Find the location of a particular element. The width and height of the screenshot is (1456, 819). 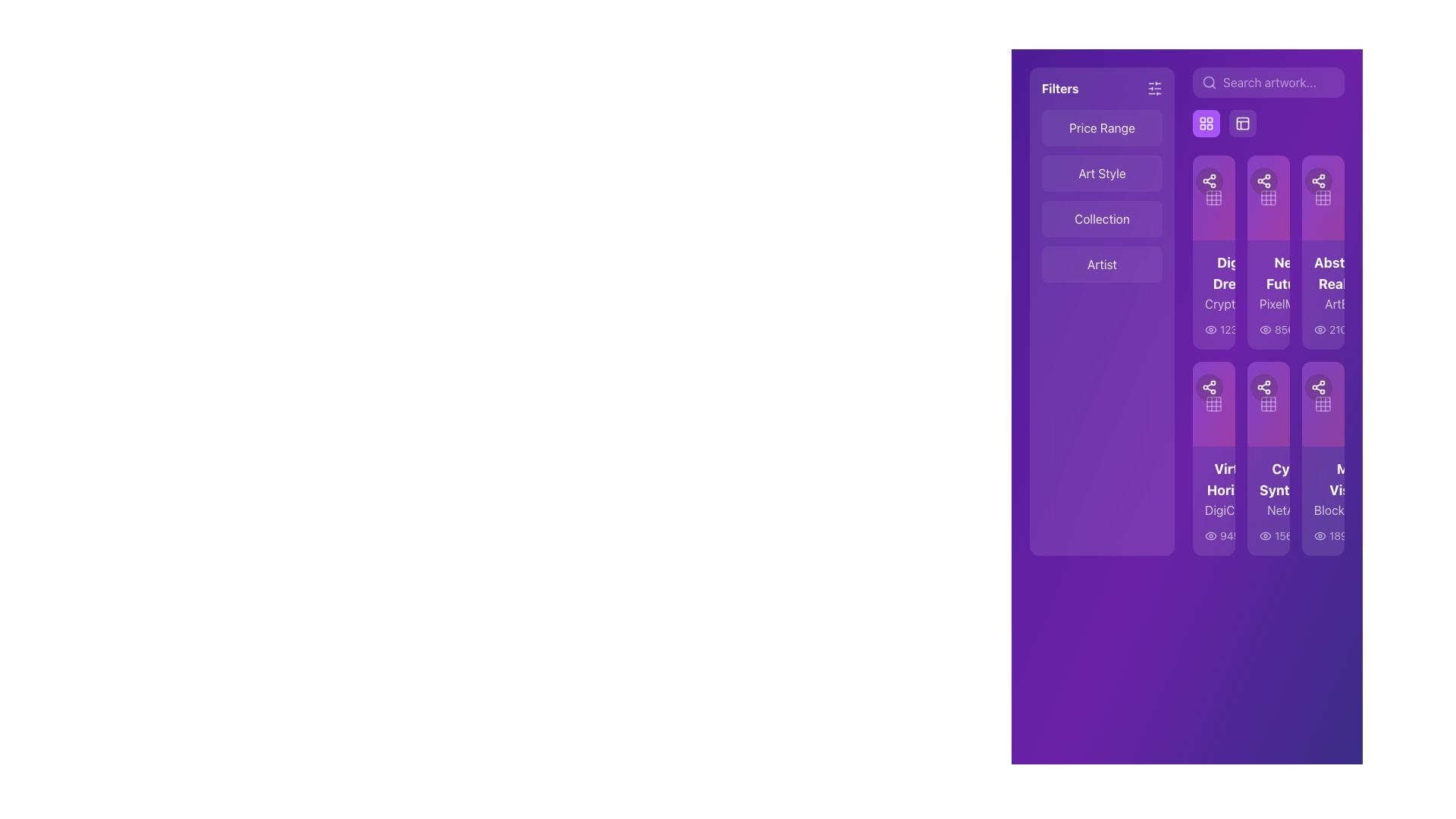

text displayed in the 'Collection' text label located in the sidebar menu, styled in light white text against a purple background is located at coordinates (1102, 219).